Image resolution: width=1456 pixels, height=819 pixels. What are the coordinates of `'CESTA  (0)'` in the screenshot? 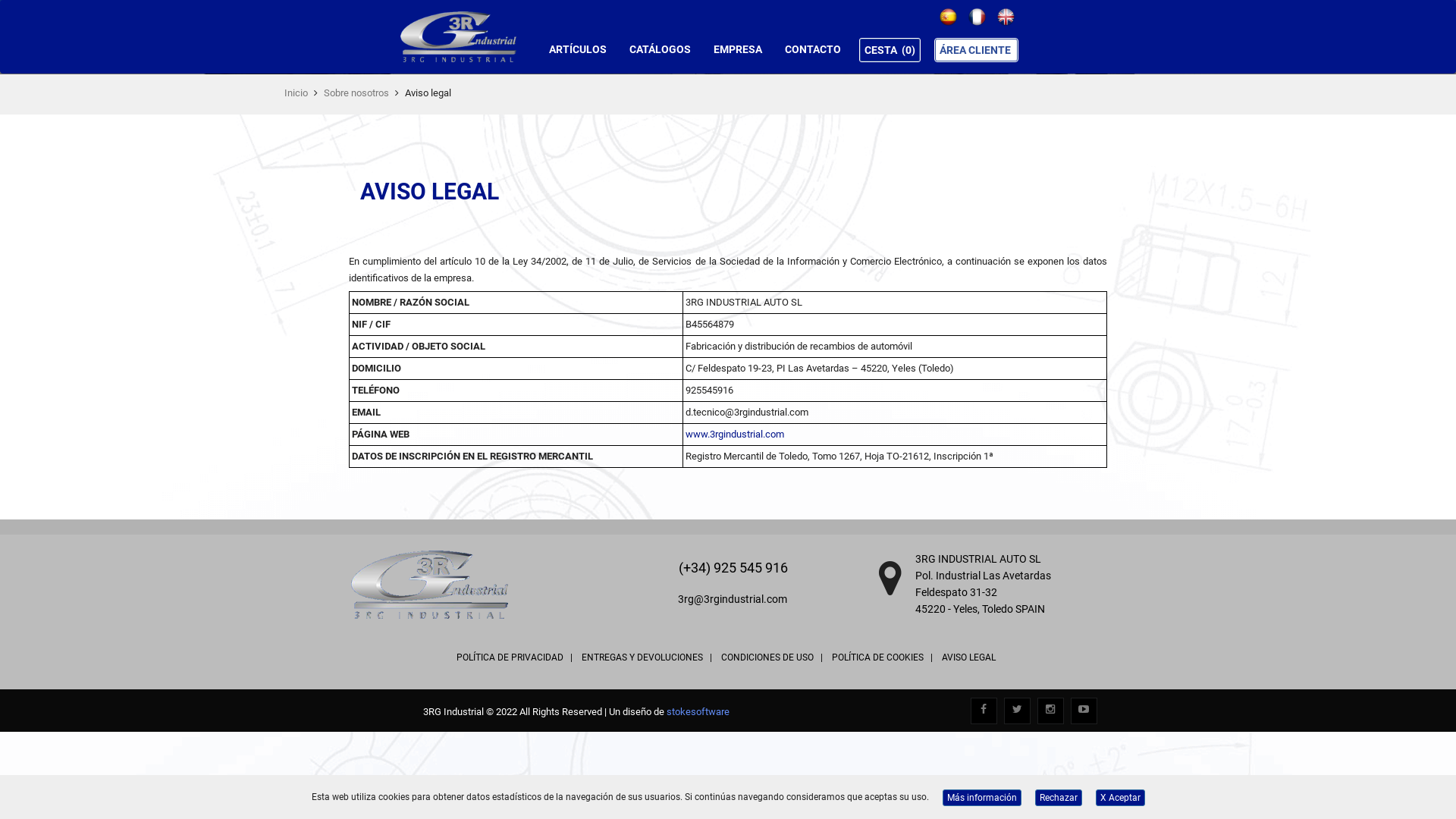 It's located at (890, 49).